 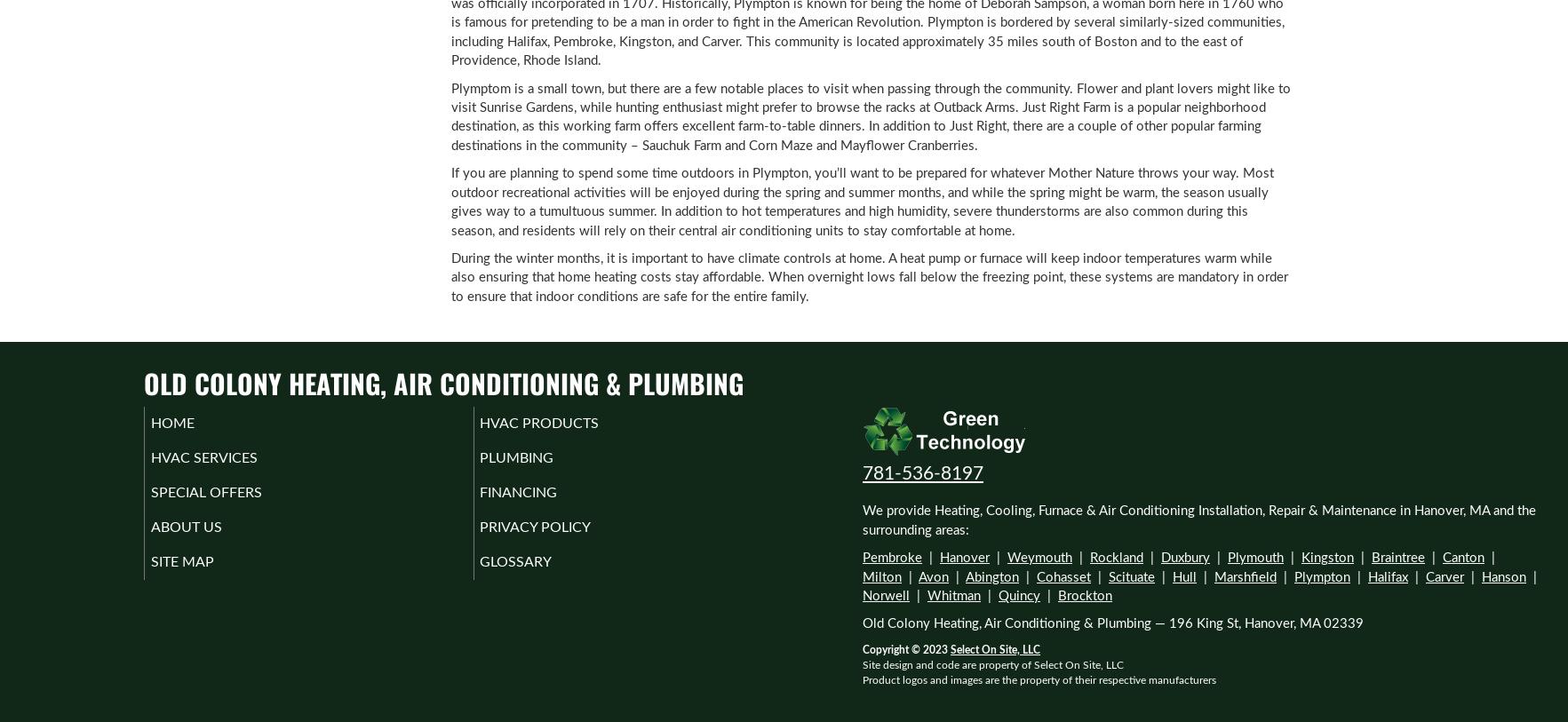 I want to click on 'Quincy', so click(x=1019, y=595).